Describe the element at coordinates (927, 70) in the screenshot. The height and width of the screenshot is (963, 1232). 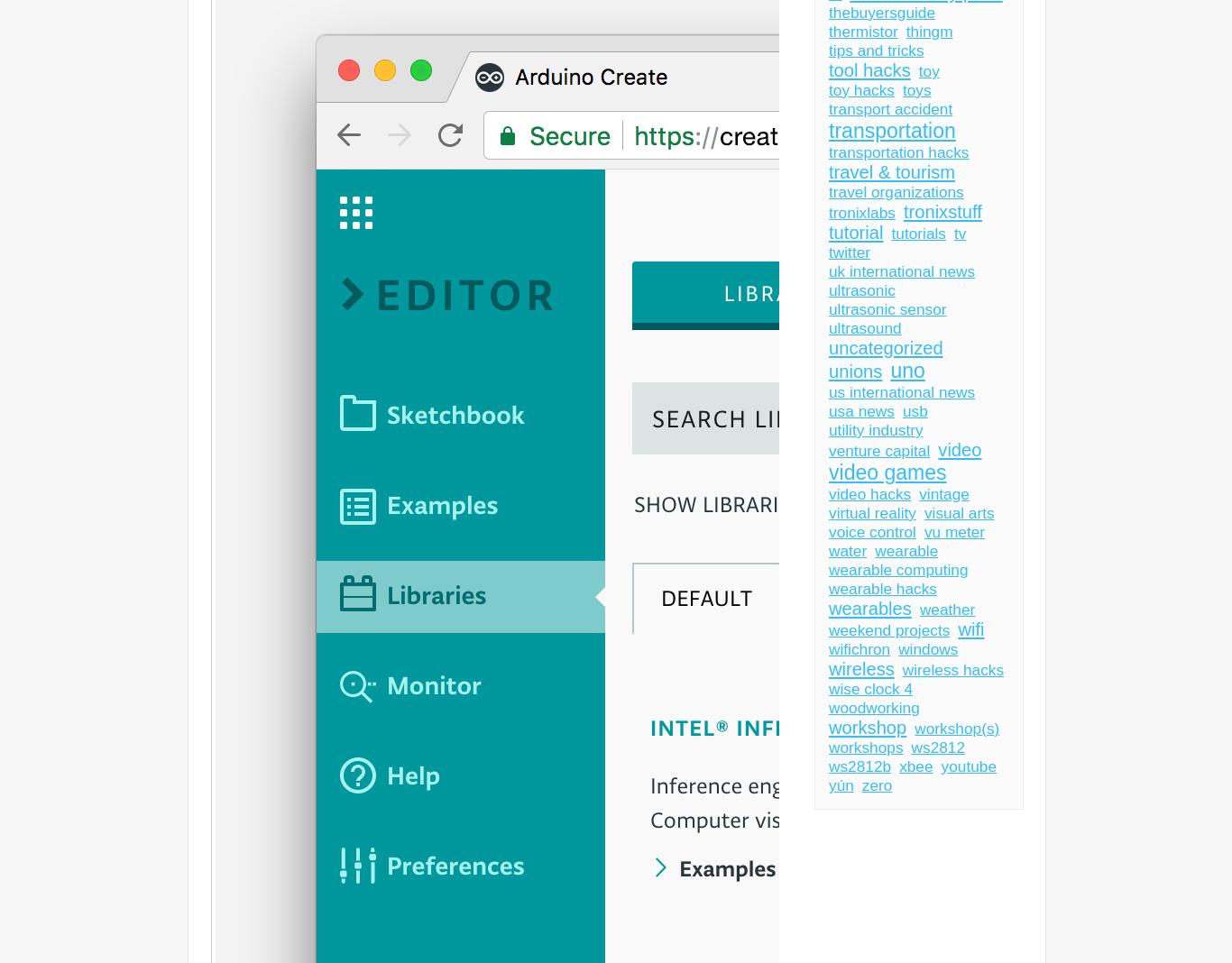
I see `'toy'` at that location.